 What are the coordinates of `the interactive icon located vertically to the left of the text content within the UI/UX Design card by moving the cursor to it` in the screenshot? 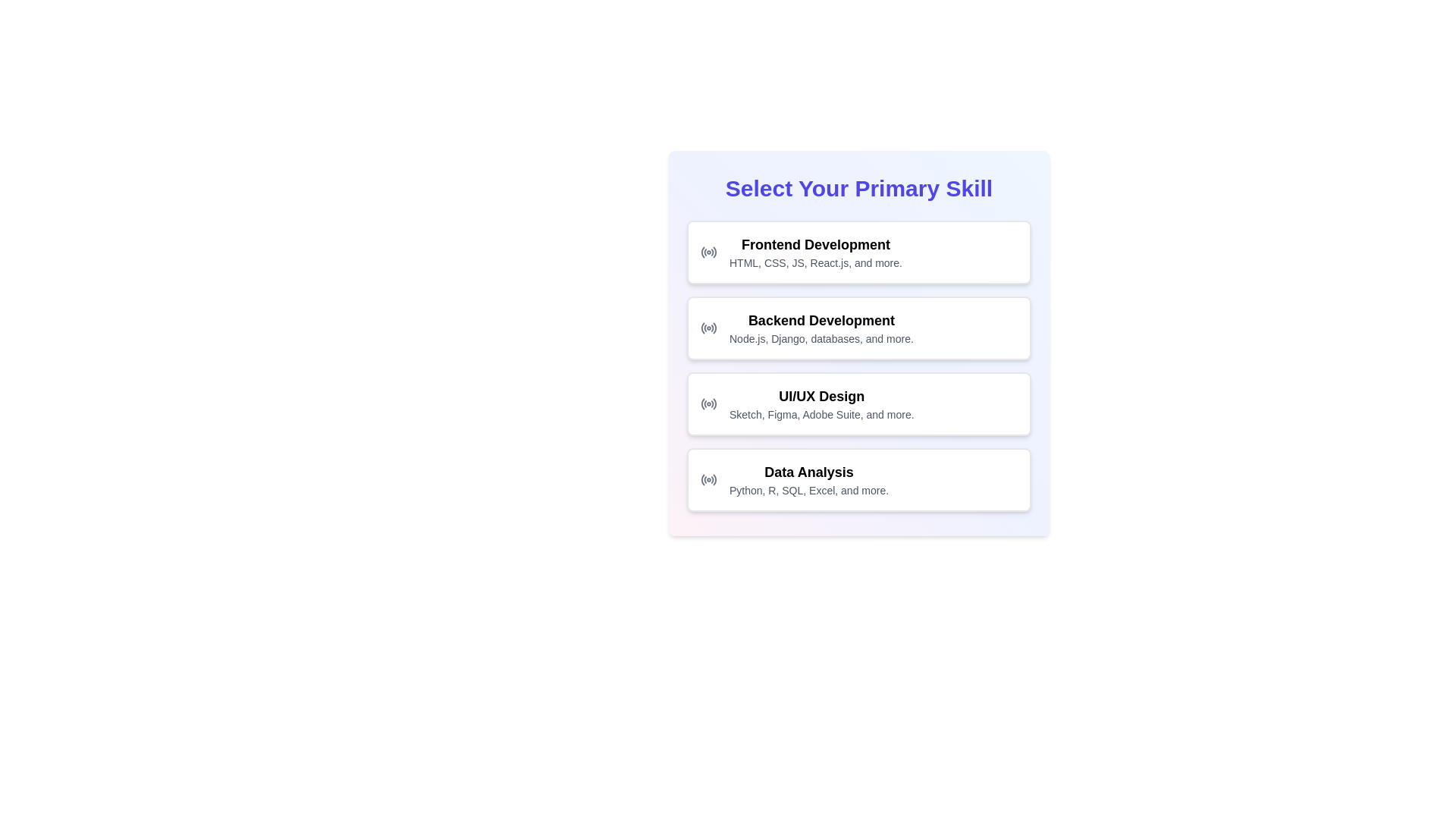 It's located at (708, 403).